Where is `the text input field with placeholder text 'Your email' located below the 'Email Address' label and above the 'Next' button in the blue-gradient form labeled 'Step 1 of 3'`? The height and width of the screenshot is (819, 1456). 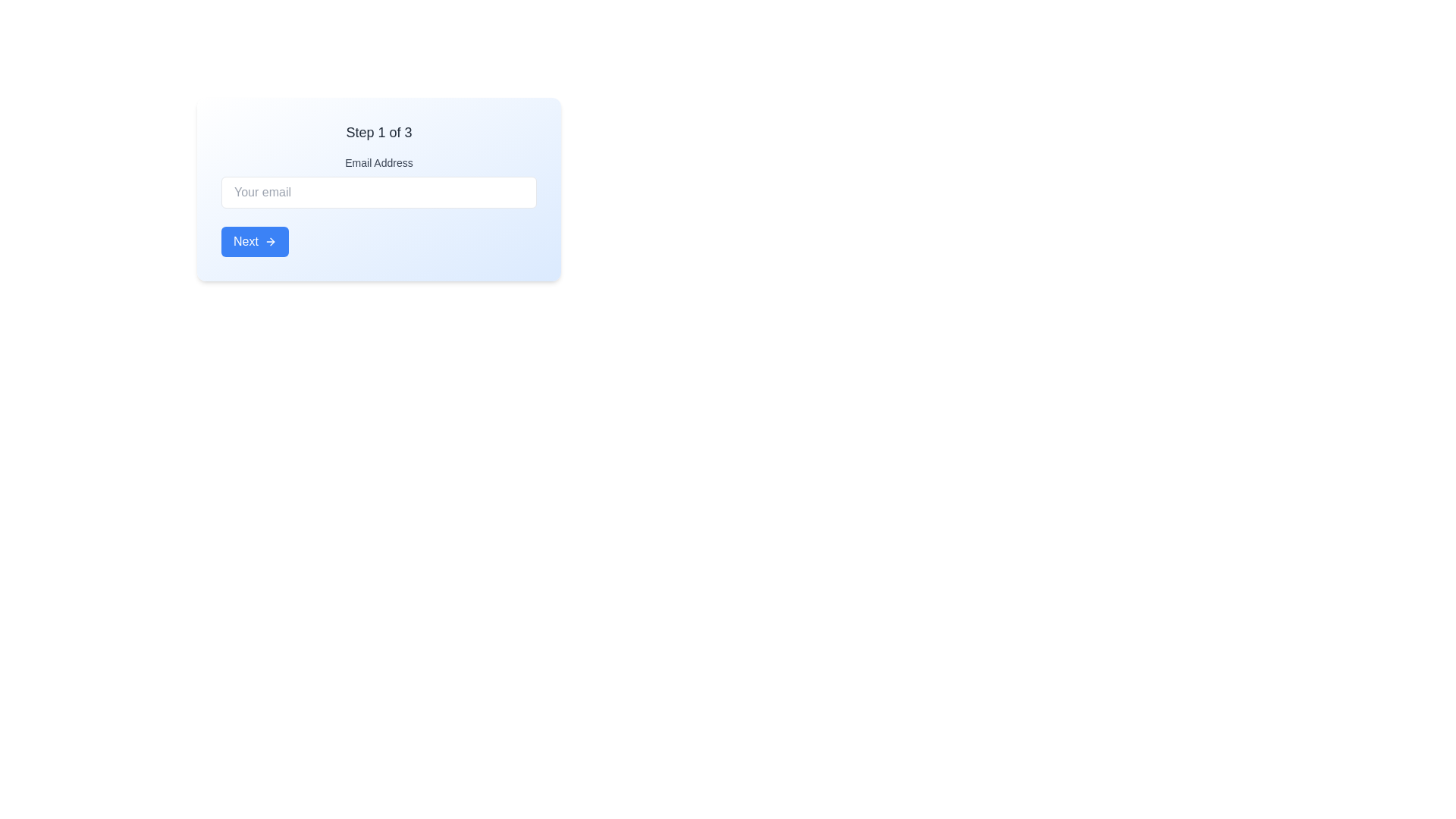
the text input field with placeholder text 'Your email' located below the 'Email Address' label and above the 'Next' button in the blue-gradient form labeled 'Step 1 of 3' is located at coordinates (378, 189).